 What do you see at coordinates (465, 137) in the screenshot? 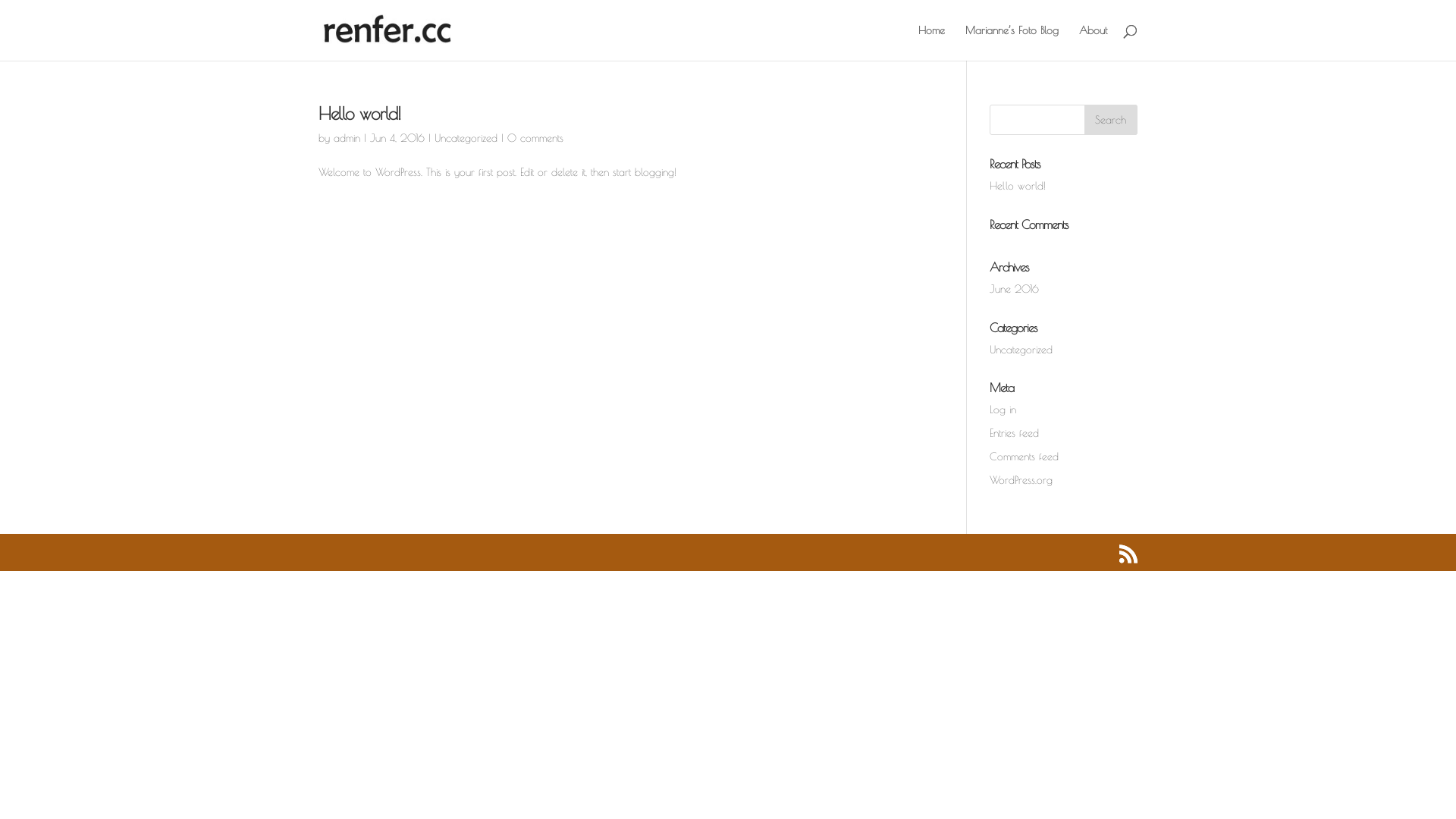
I see `'Uncategorized'` at bounding box center [465, 137].